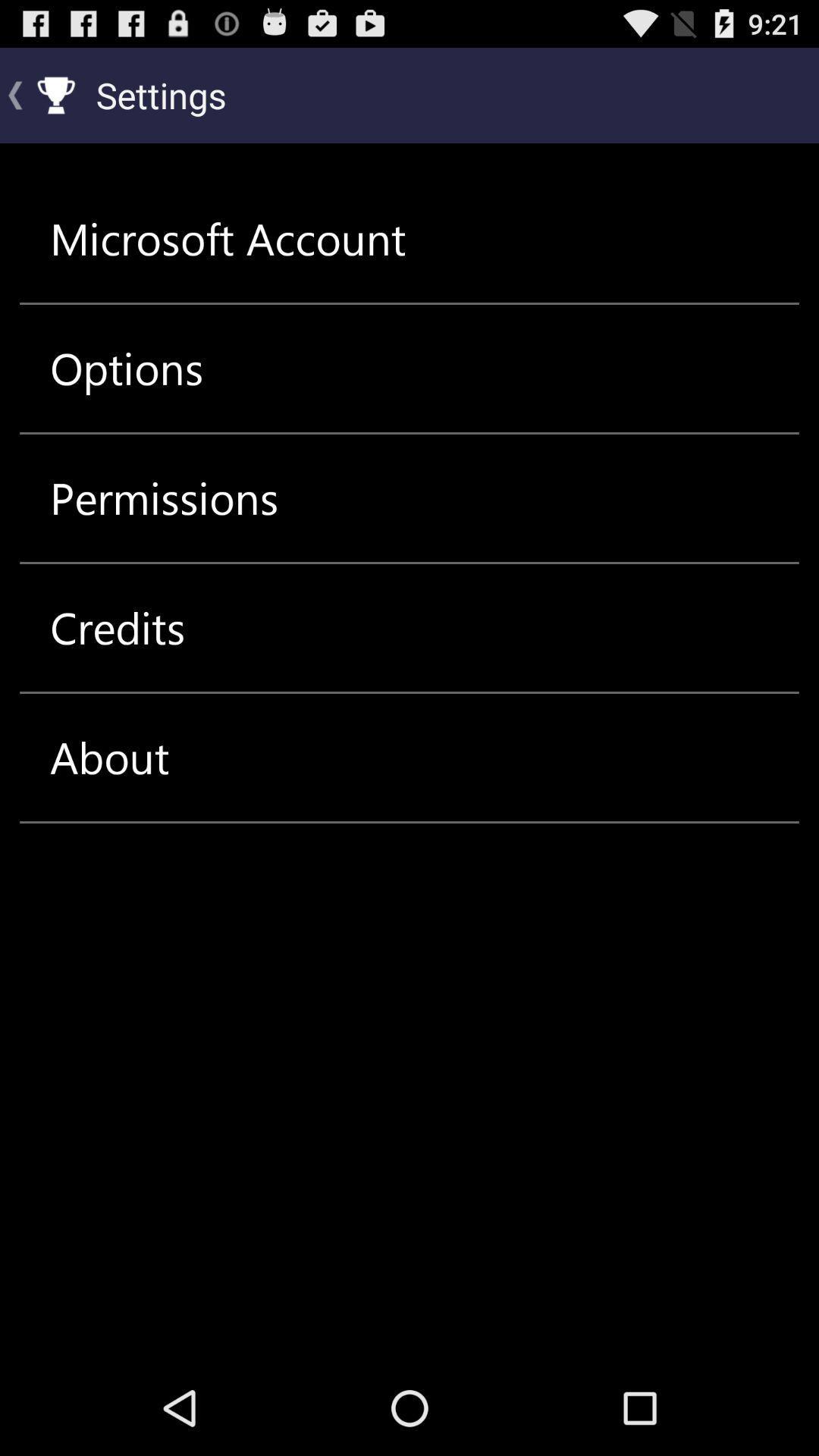  Describe the element at coordinates (126, 368) in the screenshot. I see `options item` at that location.